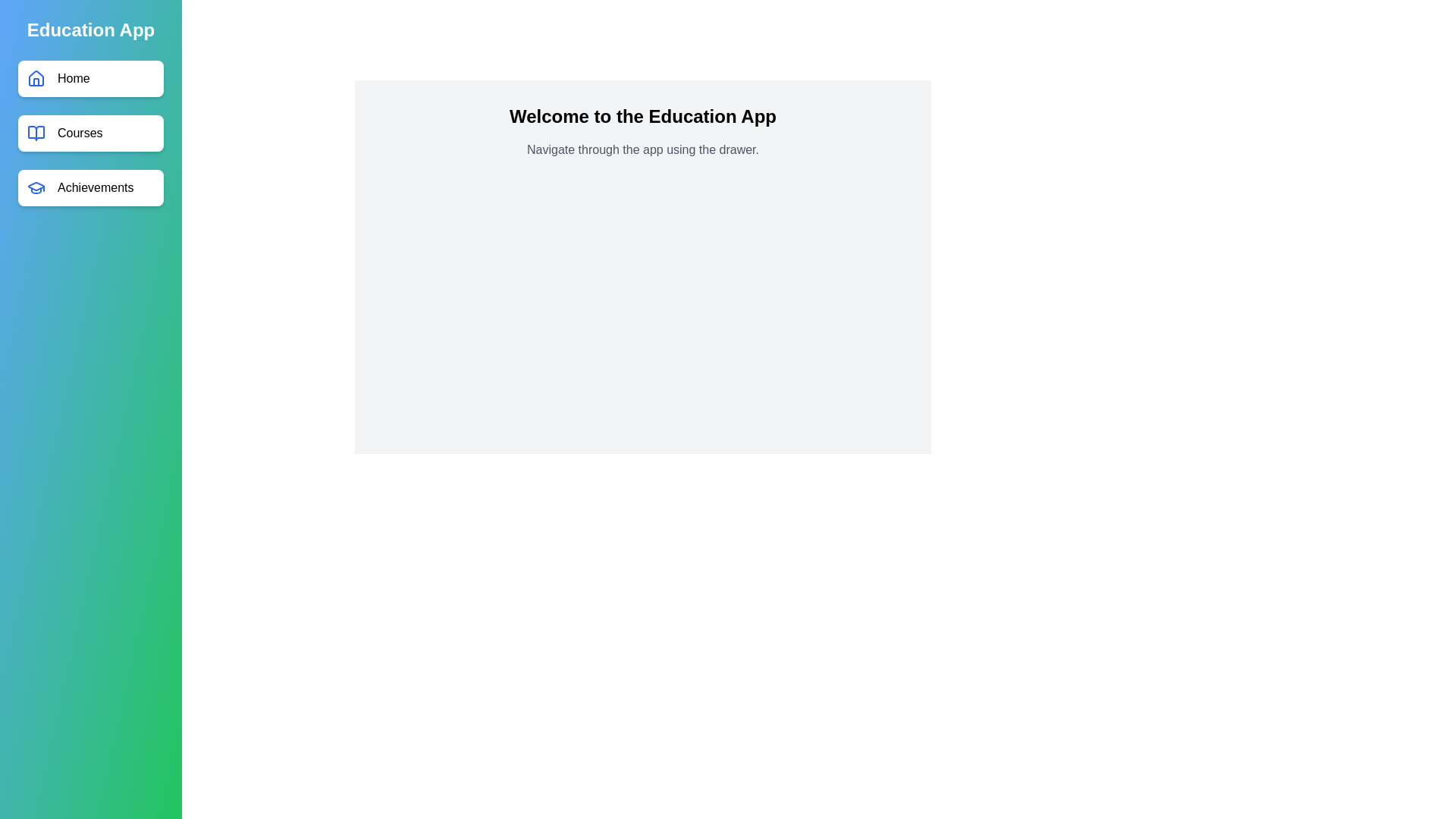 This screenshot has width=1456, height=819. I want to click on the Home menu item in the drawer, so click(90, 79).